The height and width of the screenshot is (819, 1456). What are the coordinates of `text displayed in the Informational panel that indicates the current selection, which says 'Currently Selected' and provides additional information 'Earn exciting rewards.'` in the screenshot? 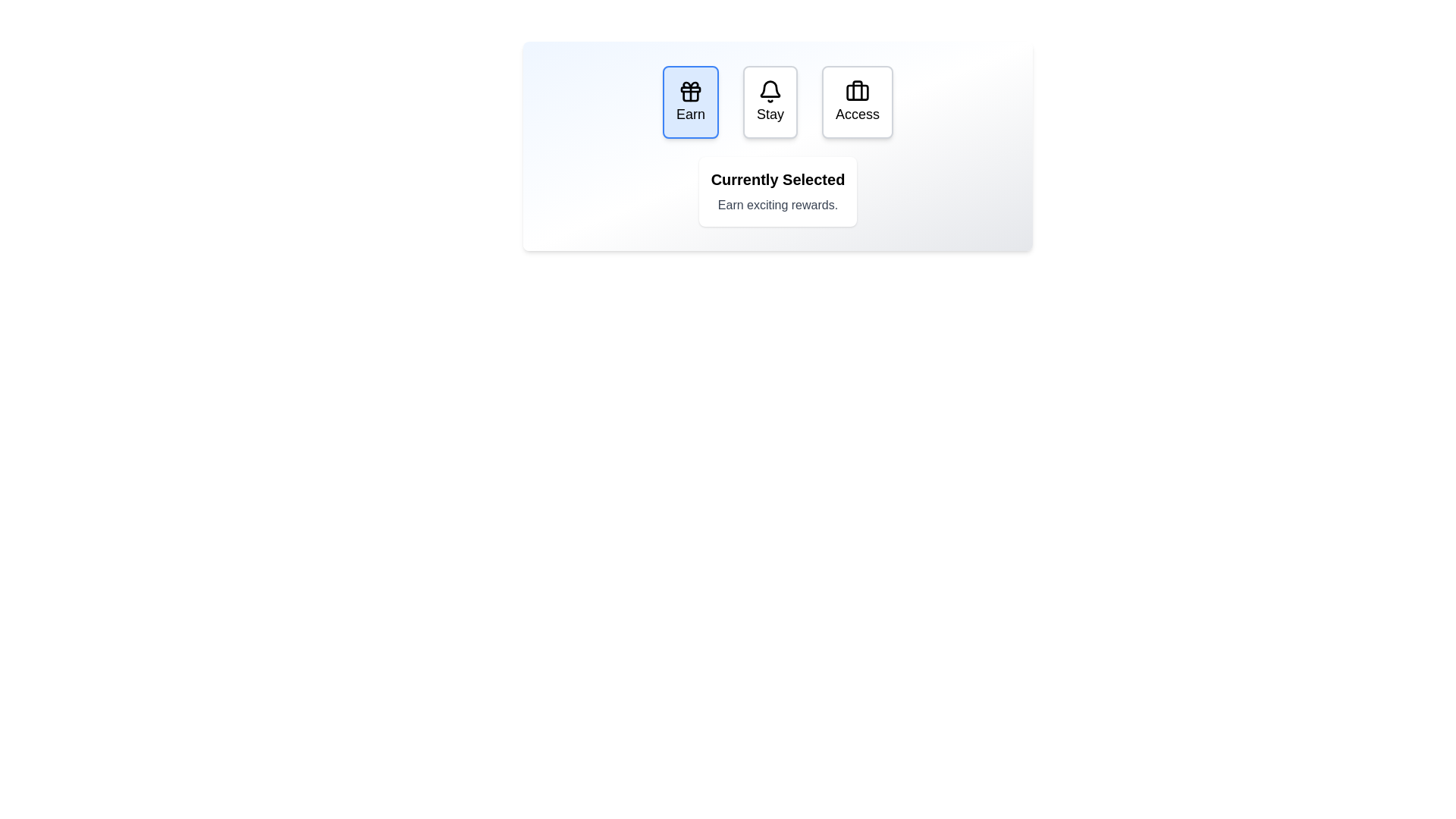 It's located at (778, 191).